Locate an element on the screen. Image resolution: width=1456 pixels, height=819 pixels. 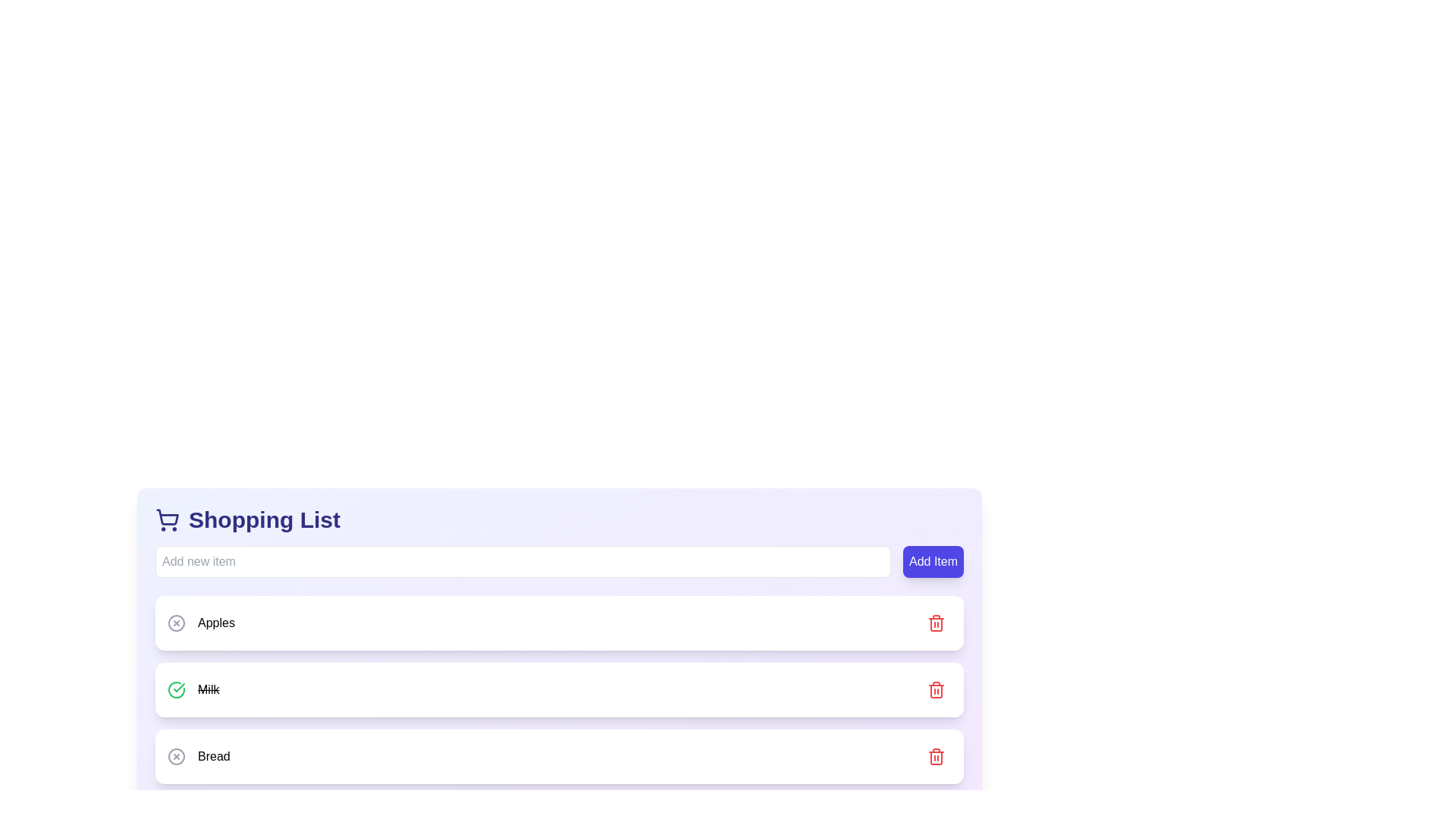
the completion icon located to the far left of the strikethrough text 'Milk' in the shopping list is located at coordinates (177, 690).